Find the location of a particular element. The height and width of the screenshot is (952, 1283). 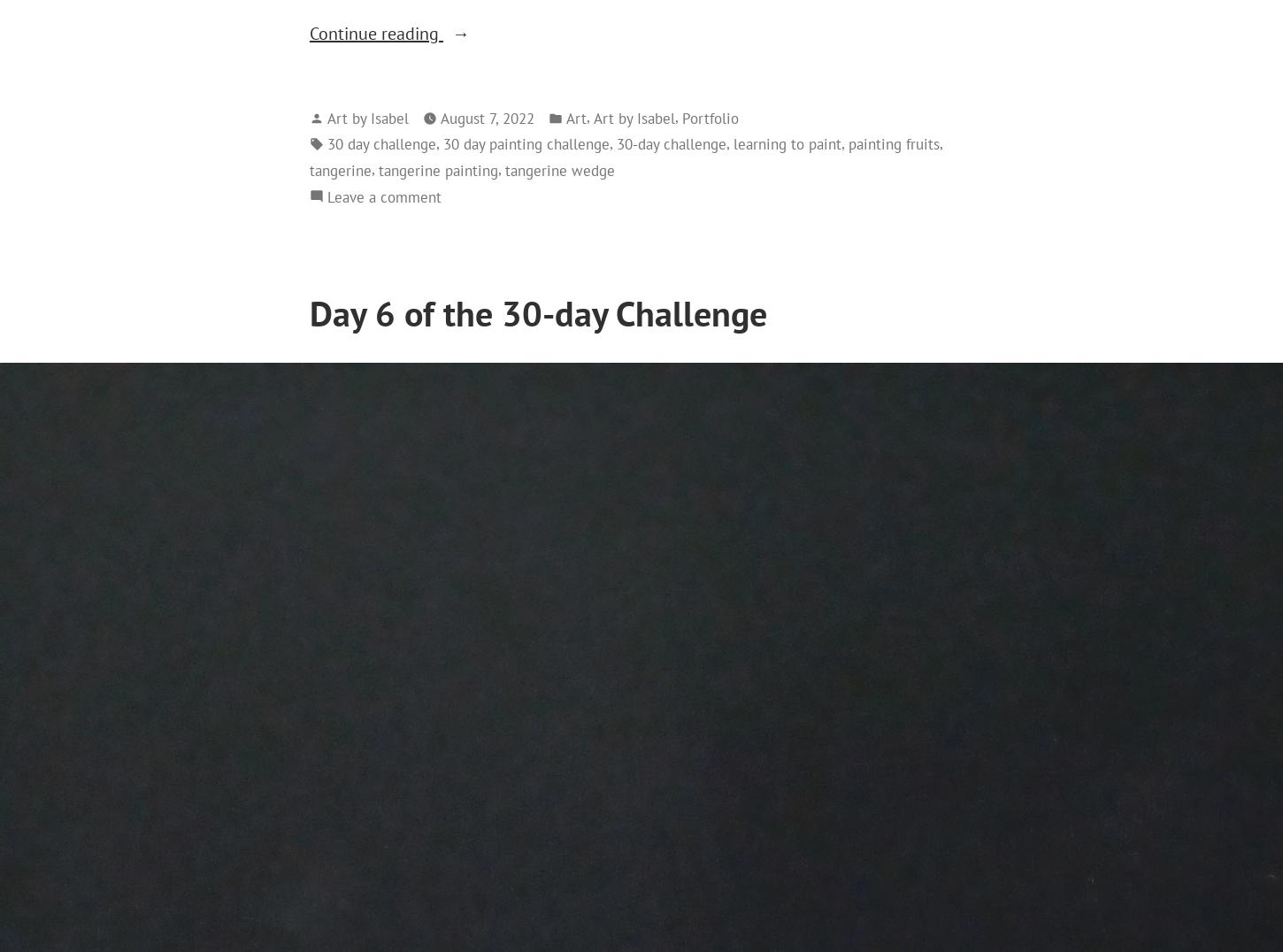

'Portfolio' is located at coordinates (711, 116).